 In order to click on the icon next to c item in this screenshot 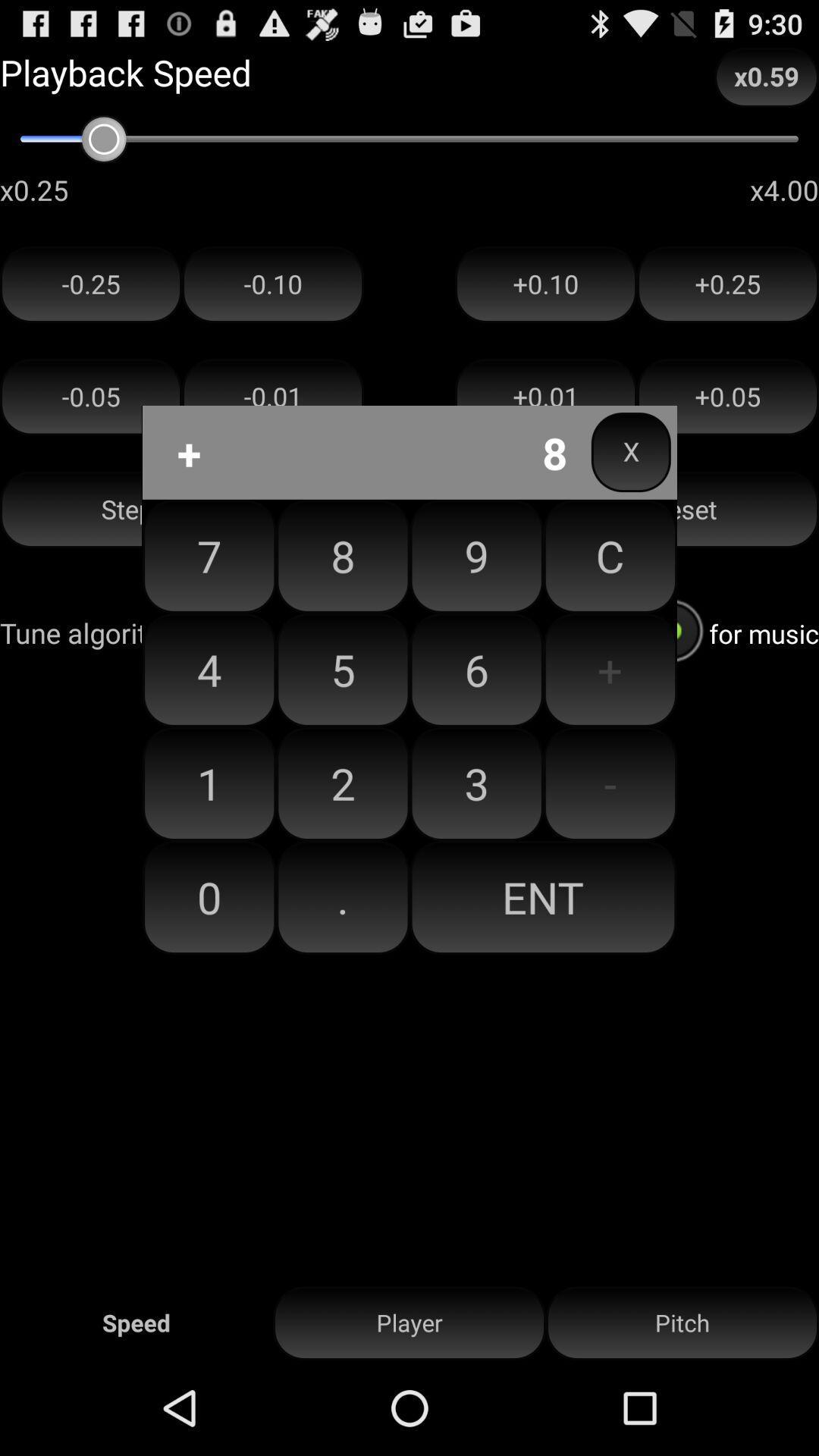, I will do `click(475, 669)`.